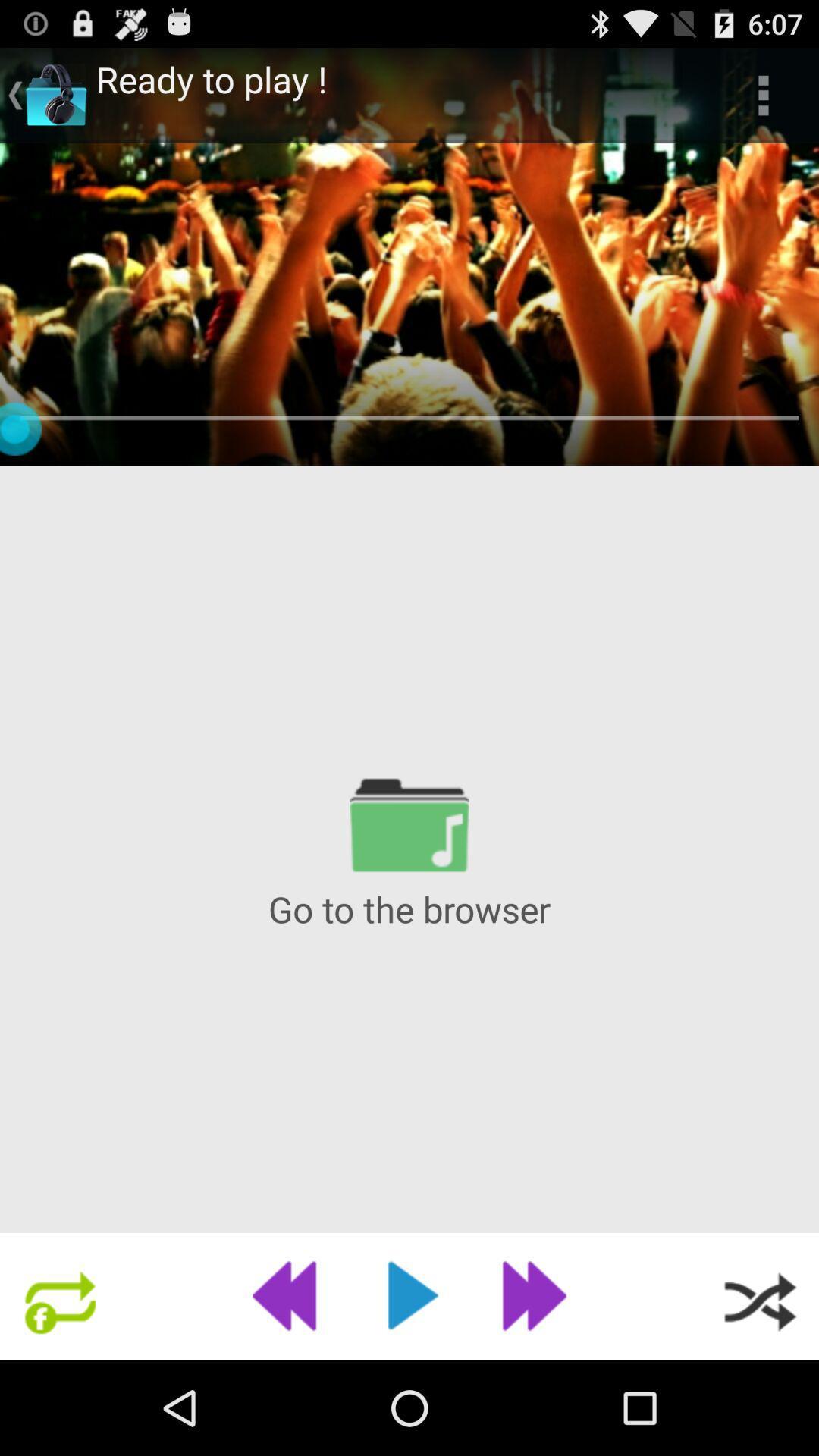  What do you see at coordinates (528, 1388) in the screenshot?
I see `the av_forward icon` at bounding box center [528, 1388].